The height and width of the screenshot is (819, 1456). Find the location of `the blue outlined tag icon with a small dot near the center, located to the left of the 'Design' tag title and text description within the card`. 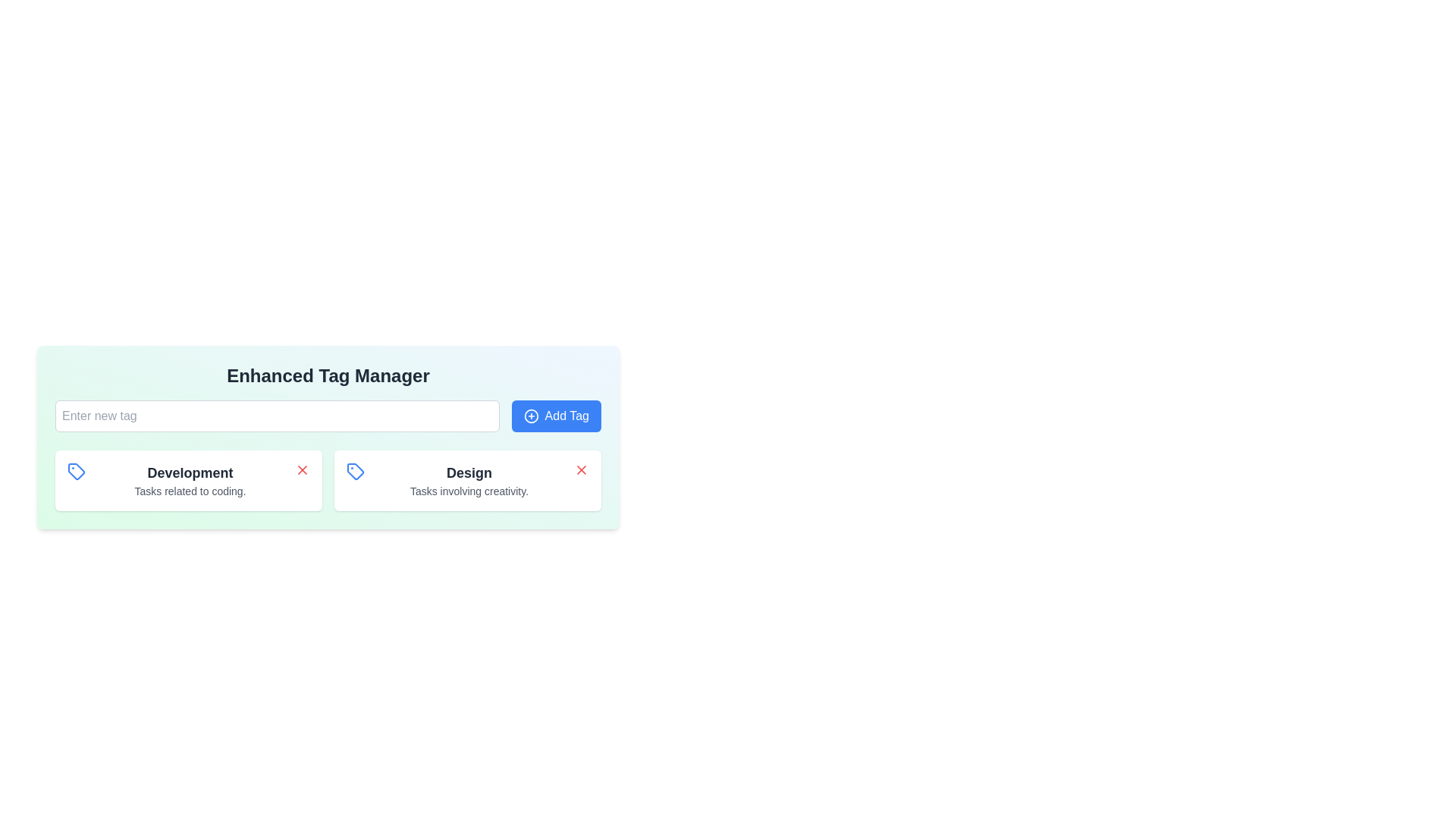

the blue outlined tag icon with a small dot near the center, located to the left of the 'Design' tag title and text description within the card is located at coordinates (355, 470).